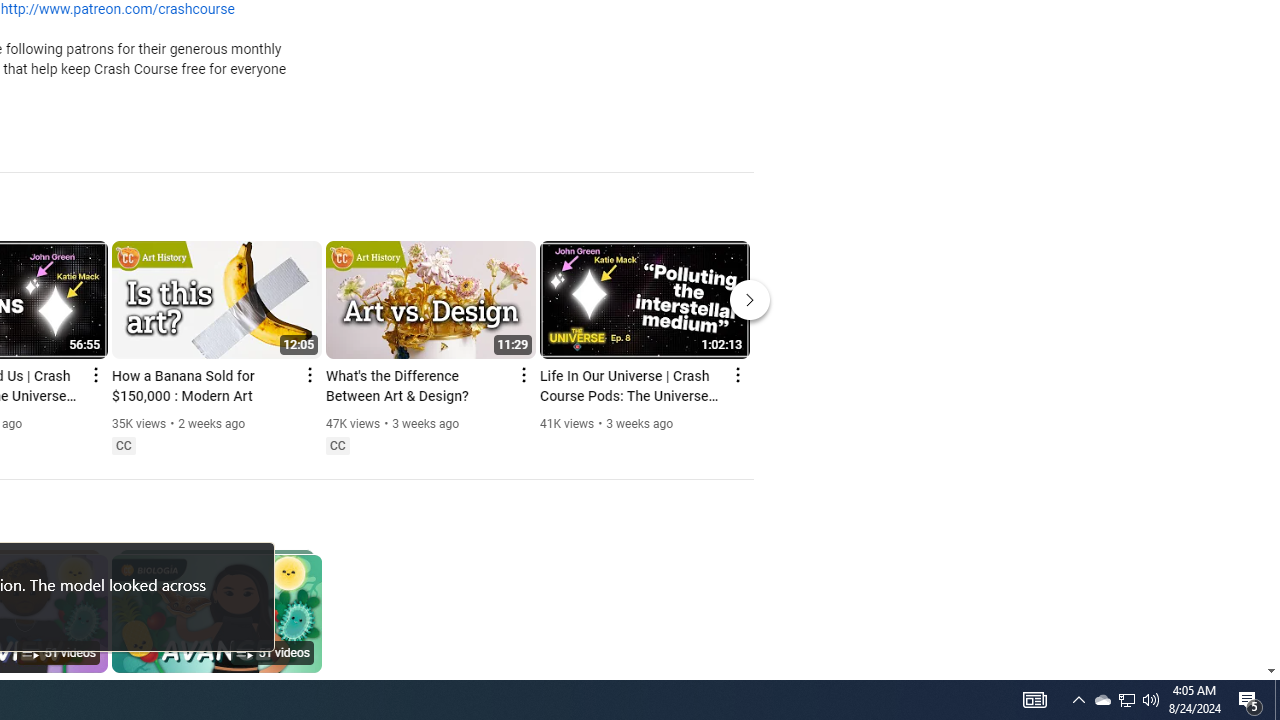 This screenshot has height=720, width=1280. Describe the element at coordinates (116, 10) in the screenshot. I see `'http://www.patreon.com/crashcourse'` at that location.